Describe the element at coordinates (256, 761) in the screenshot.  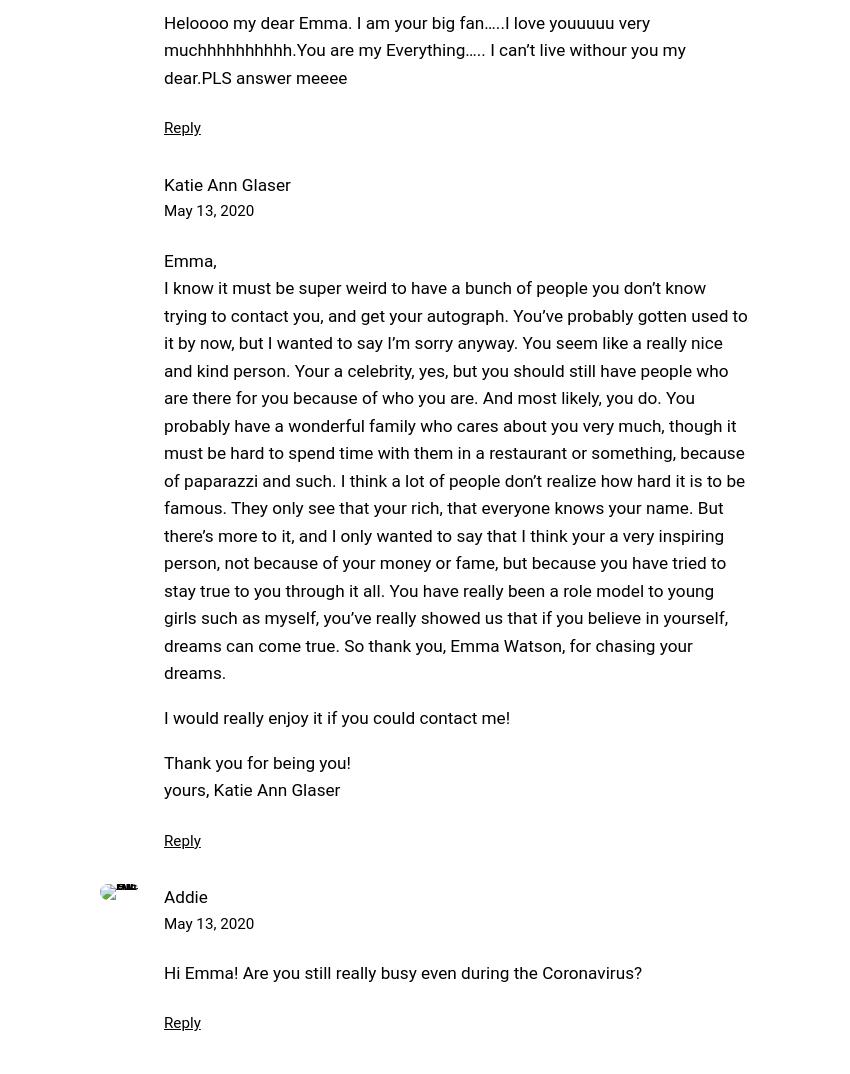
I see `'Thank you for being you!'` at that location.